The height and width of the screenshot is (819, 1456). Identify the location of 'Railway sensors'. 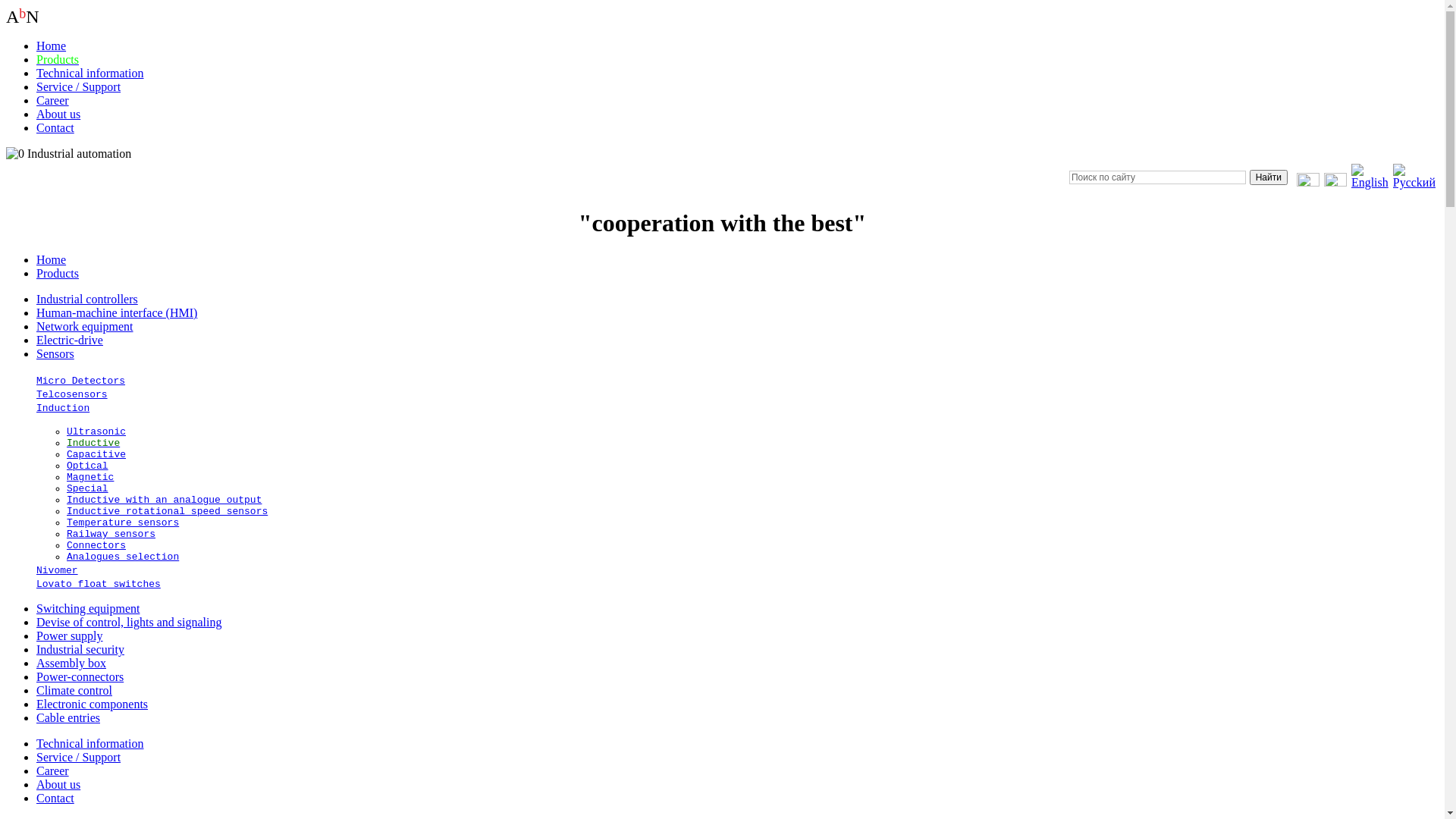
(110, 533).